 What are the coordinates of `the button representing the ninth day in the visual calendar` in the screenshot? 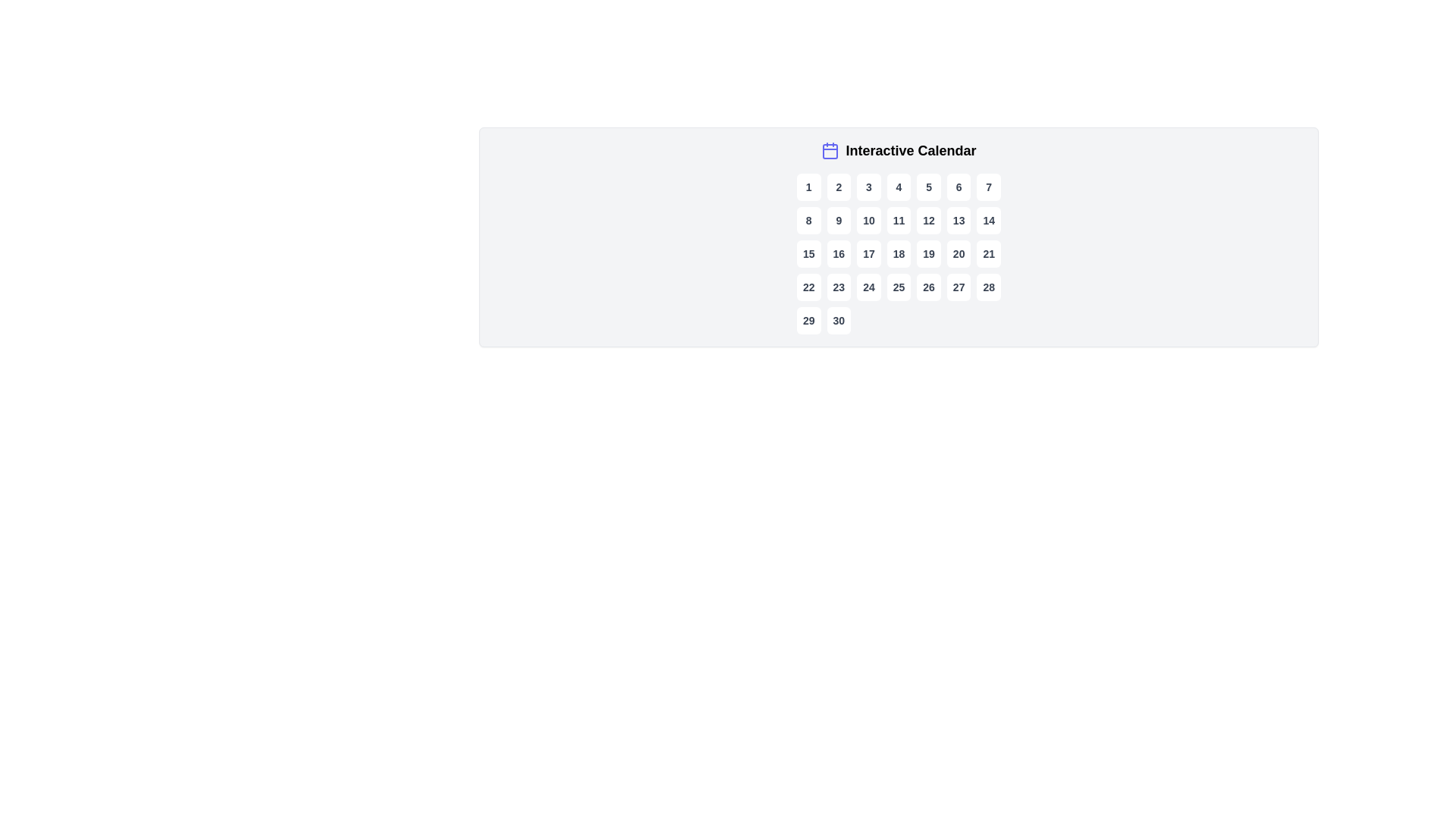 It's located at (838, 220).